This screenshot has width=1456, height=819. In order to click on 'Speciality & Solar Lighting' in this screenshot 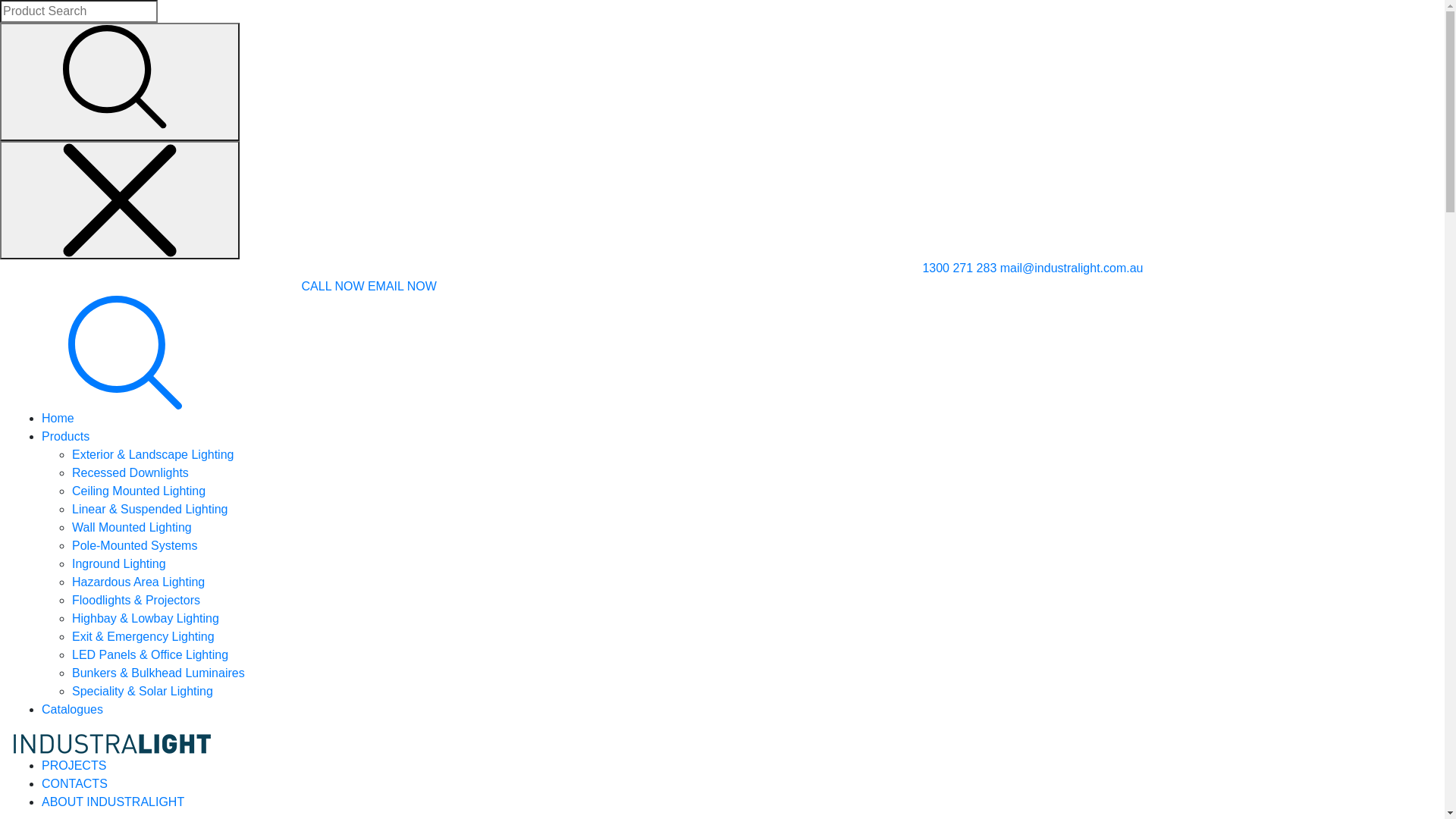, I will do `click(142, 691)`.